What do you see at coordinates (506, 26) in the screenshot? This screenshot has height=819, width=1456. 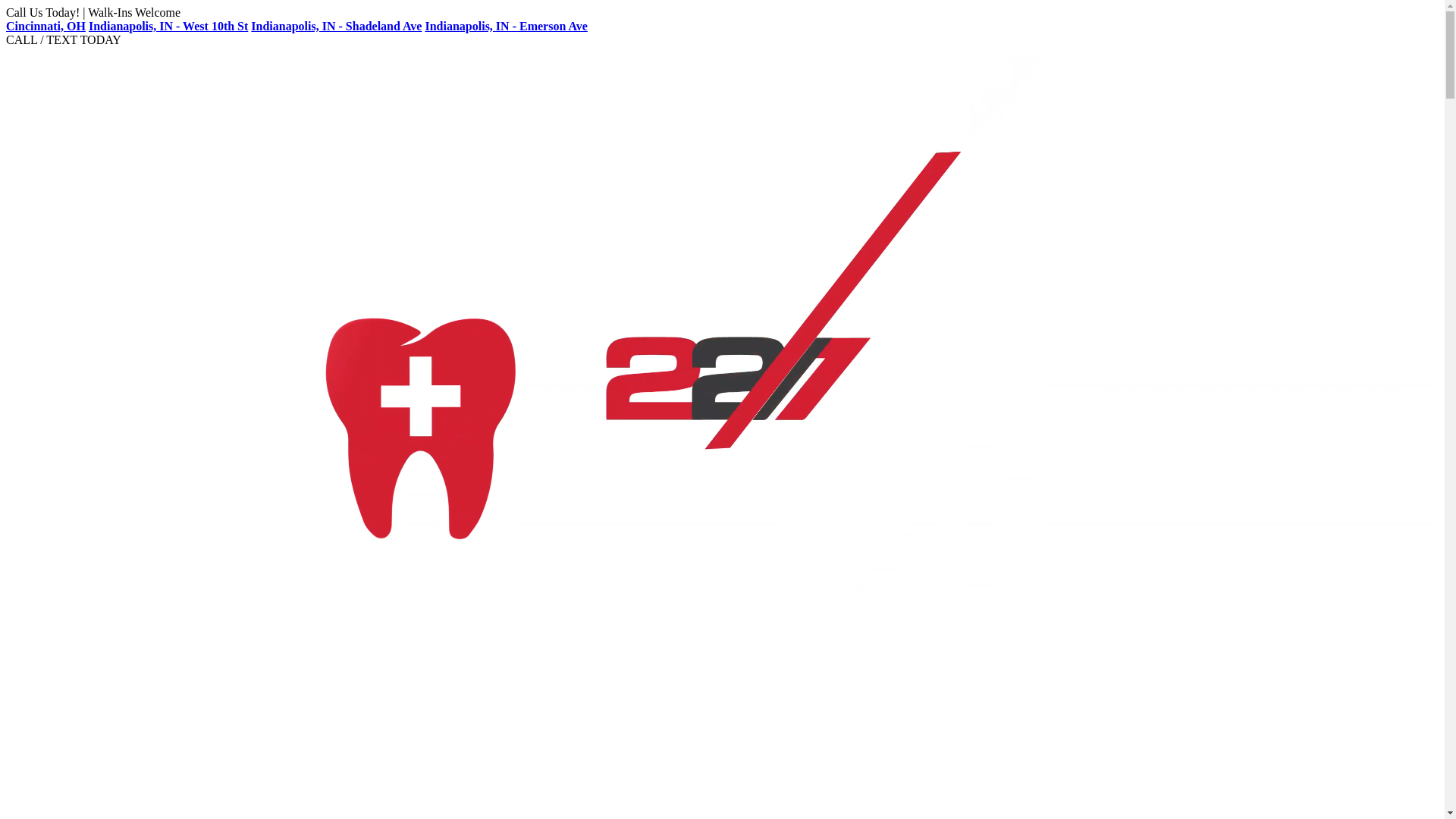 I see `'Indianapolis, IN - Emerson Ave'` at bounding box center [506, 26].